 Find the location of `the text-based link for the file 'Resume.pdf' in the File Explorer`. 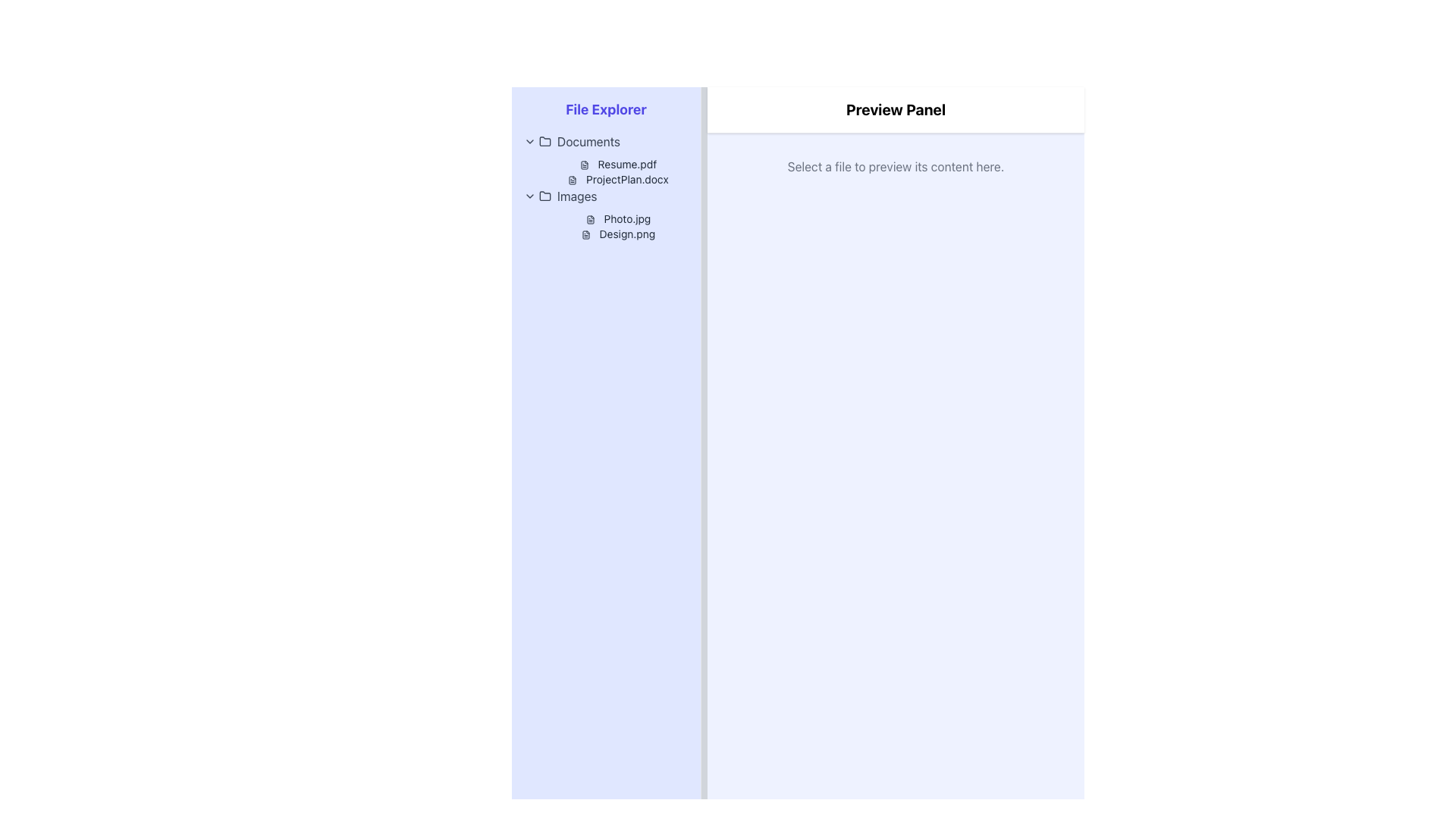

the text-based link for the file 'Resume.pdf' in the File Explorer is located at coordinates (618, 164).